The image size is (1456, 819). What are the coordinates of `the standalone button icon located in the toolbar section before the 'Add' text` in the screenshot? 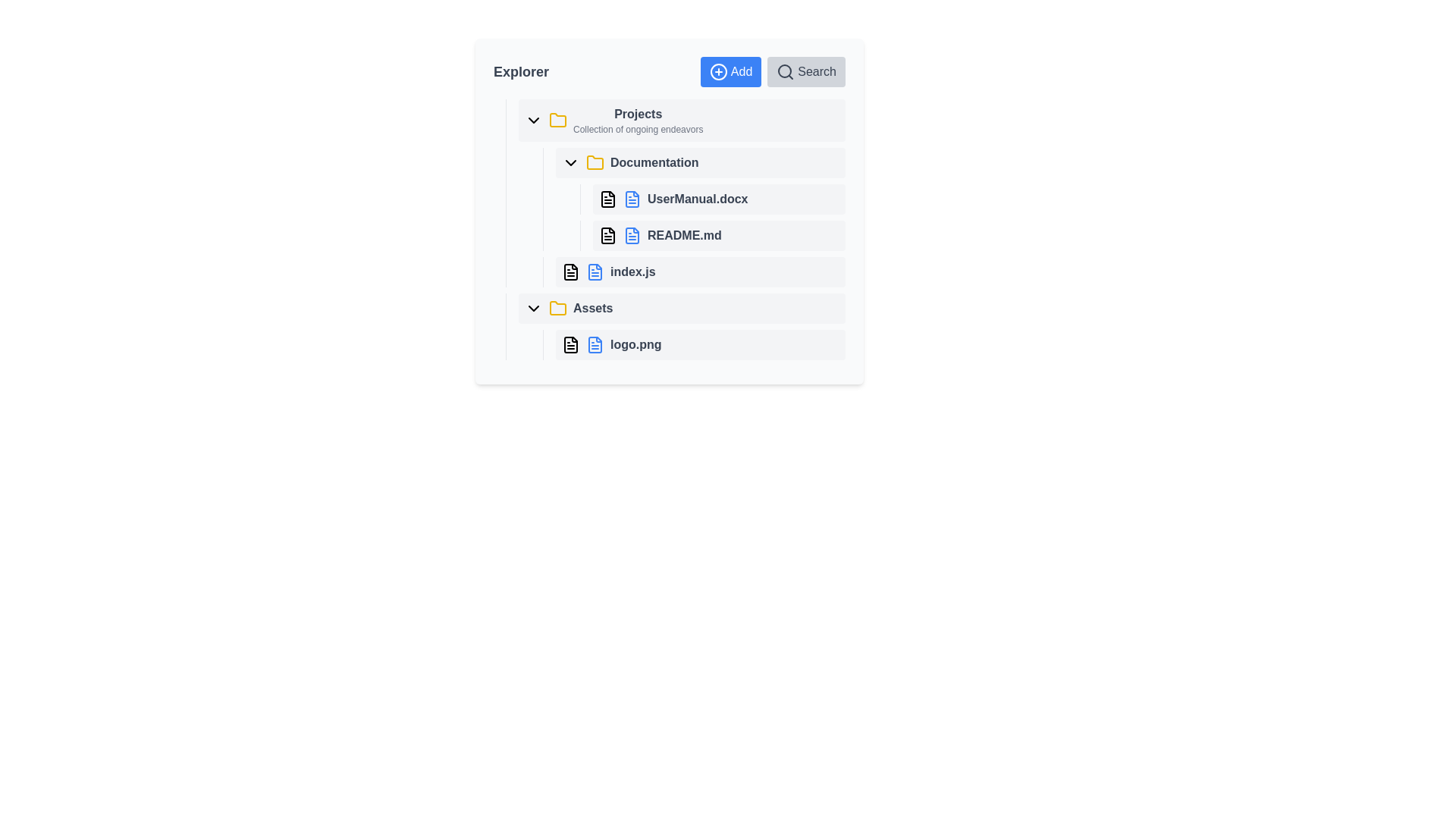 It's located at (717, 72).